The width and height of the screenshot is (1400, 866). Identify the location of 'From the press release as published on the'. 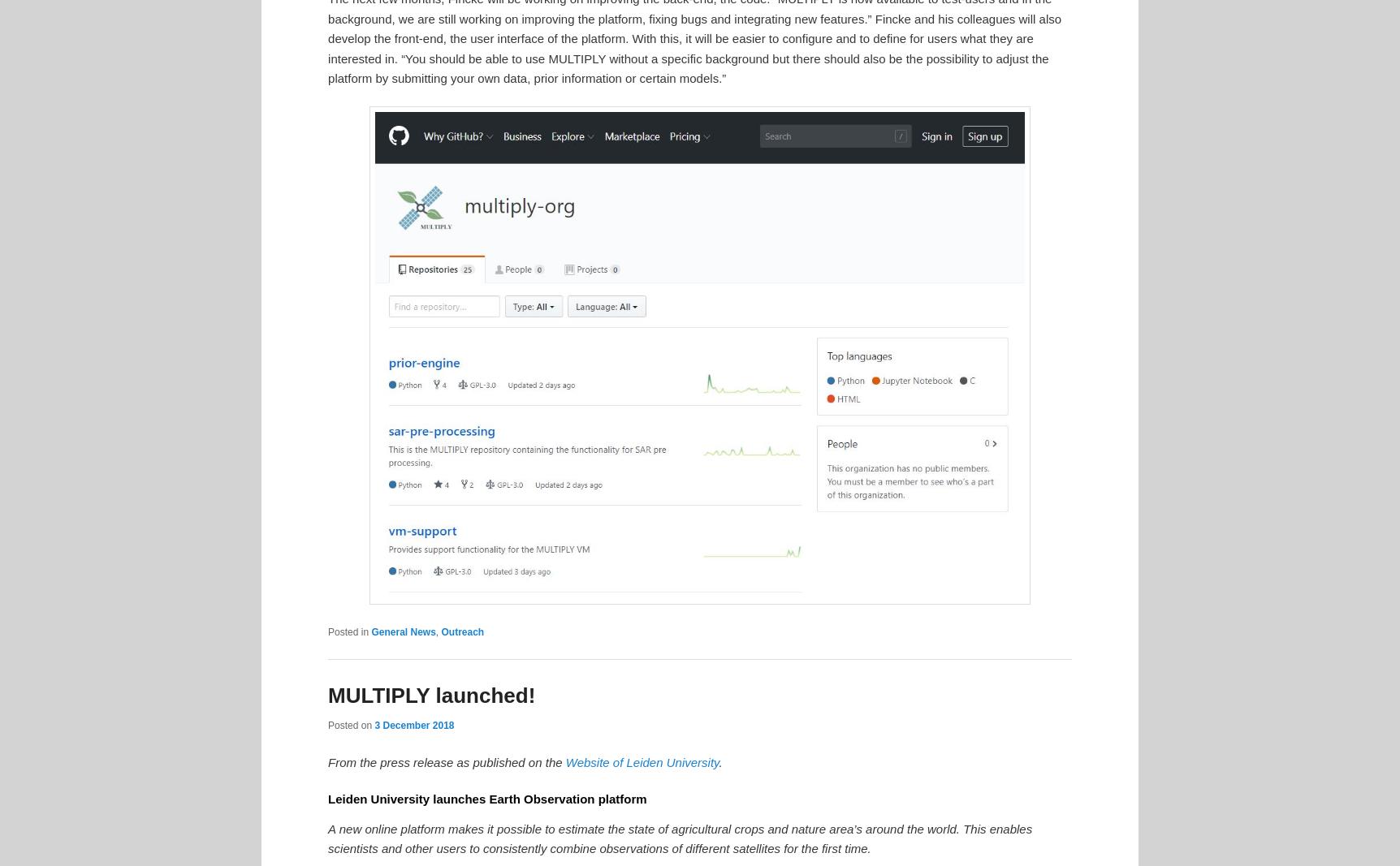
(445, 761).